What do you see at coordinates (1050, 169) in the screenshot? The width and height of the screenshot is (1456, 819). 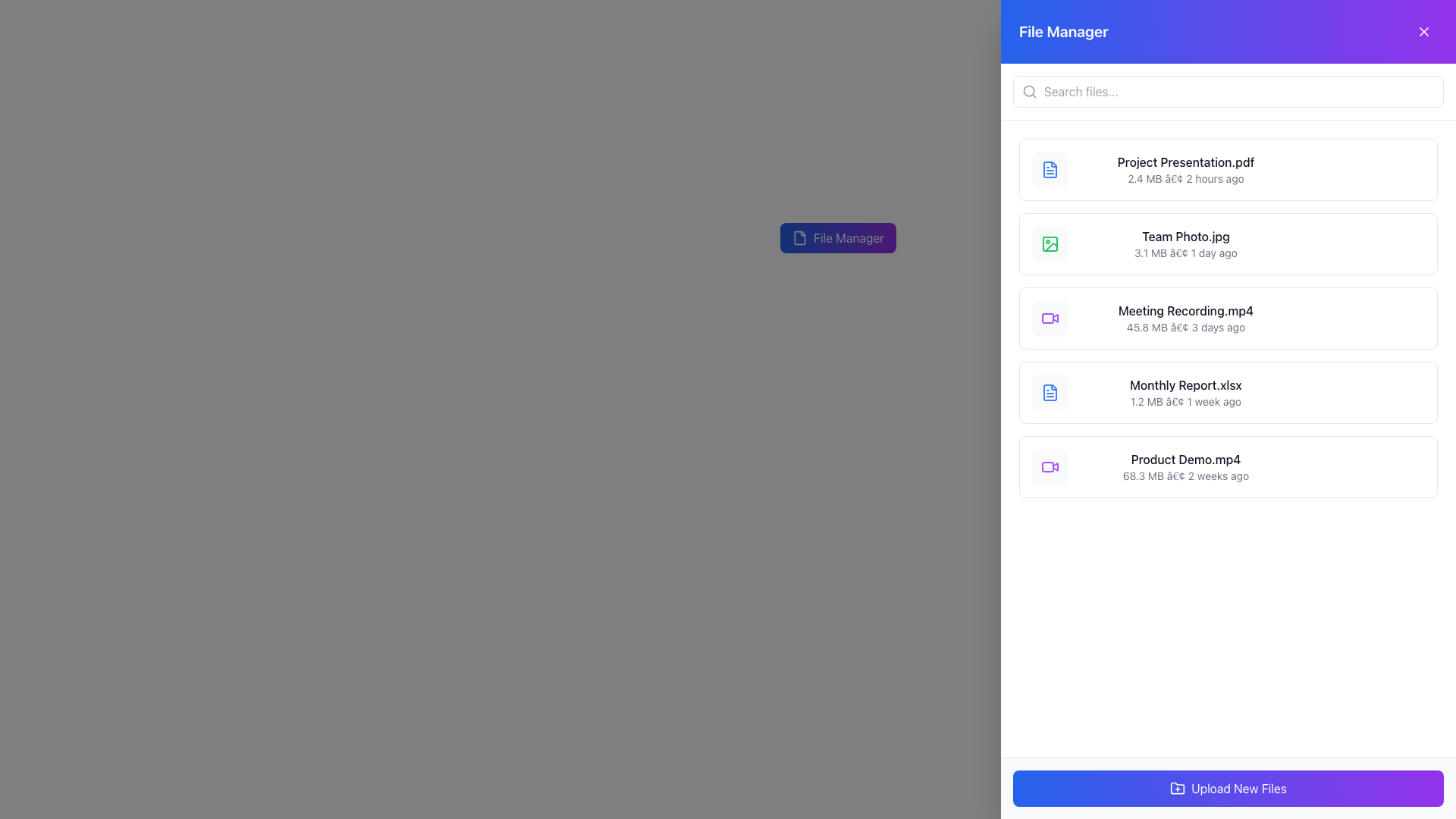 I see `the document file icon located at the top of the vertical list in the file manager, which represents 'Project Presentation.pdf'` at bounding box center [1050, 169].